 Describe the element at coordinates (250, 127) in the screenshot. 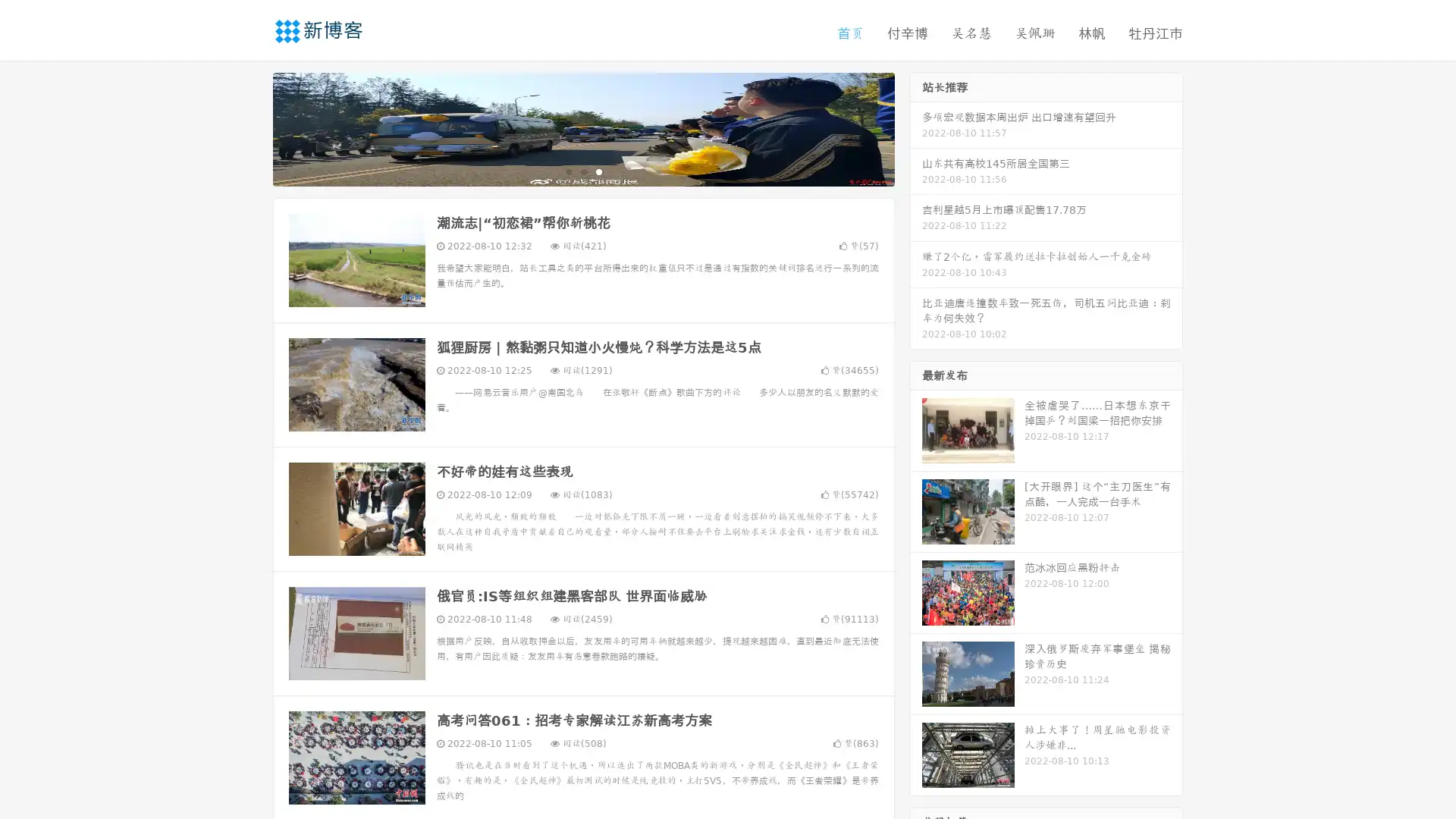

I see `Previous slide` at that location.